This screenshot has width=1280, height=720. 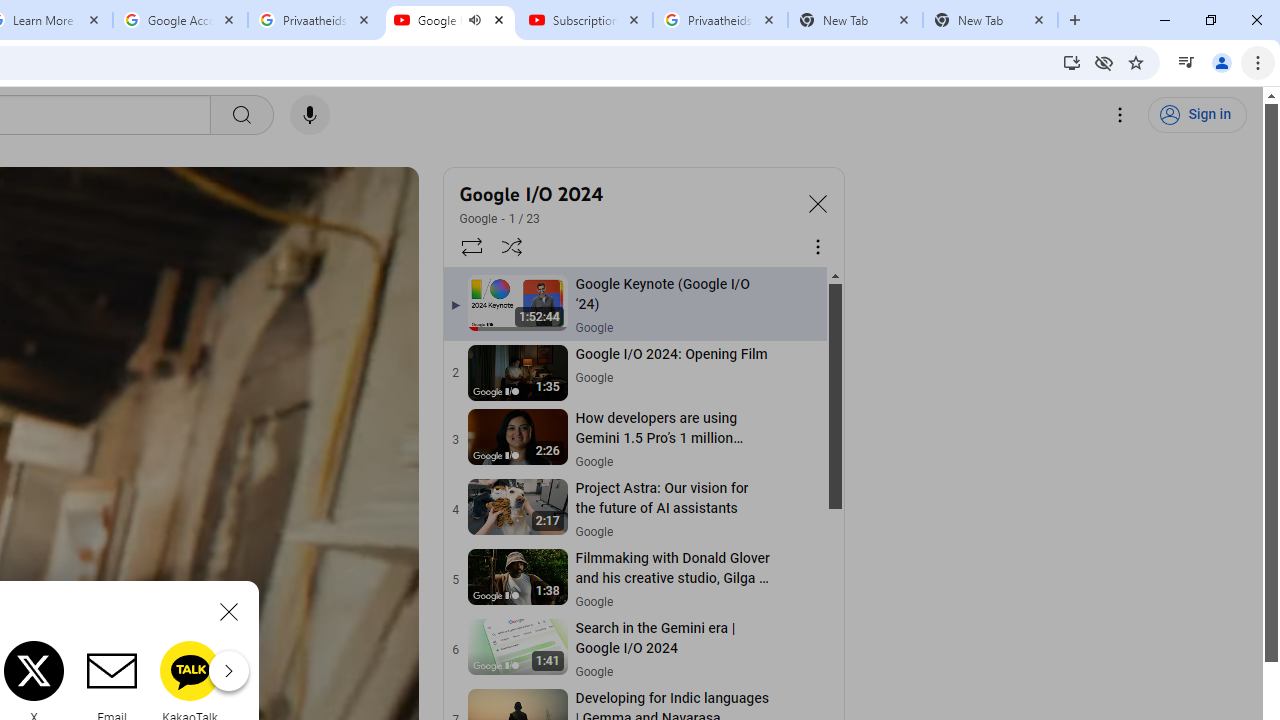 What do you see at coordinates (473, 20) in the screenshot?
I see `'Mute tab'` at bounding box center [473, 20].